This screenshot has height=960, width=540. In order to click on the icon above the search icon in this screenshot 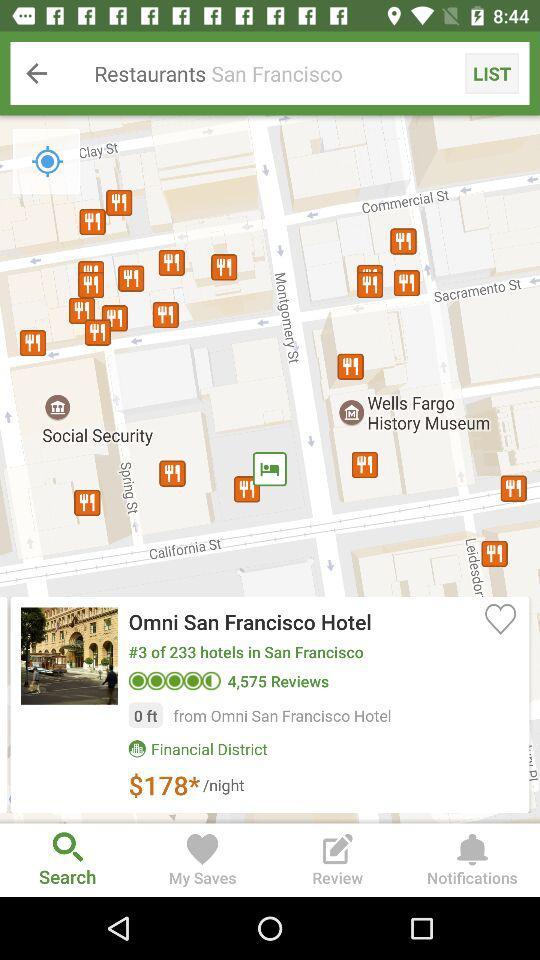, I will do `click(270, 469)`.